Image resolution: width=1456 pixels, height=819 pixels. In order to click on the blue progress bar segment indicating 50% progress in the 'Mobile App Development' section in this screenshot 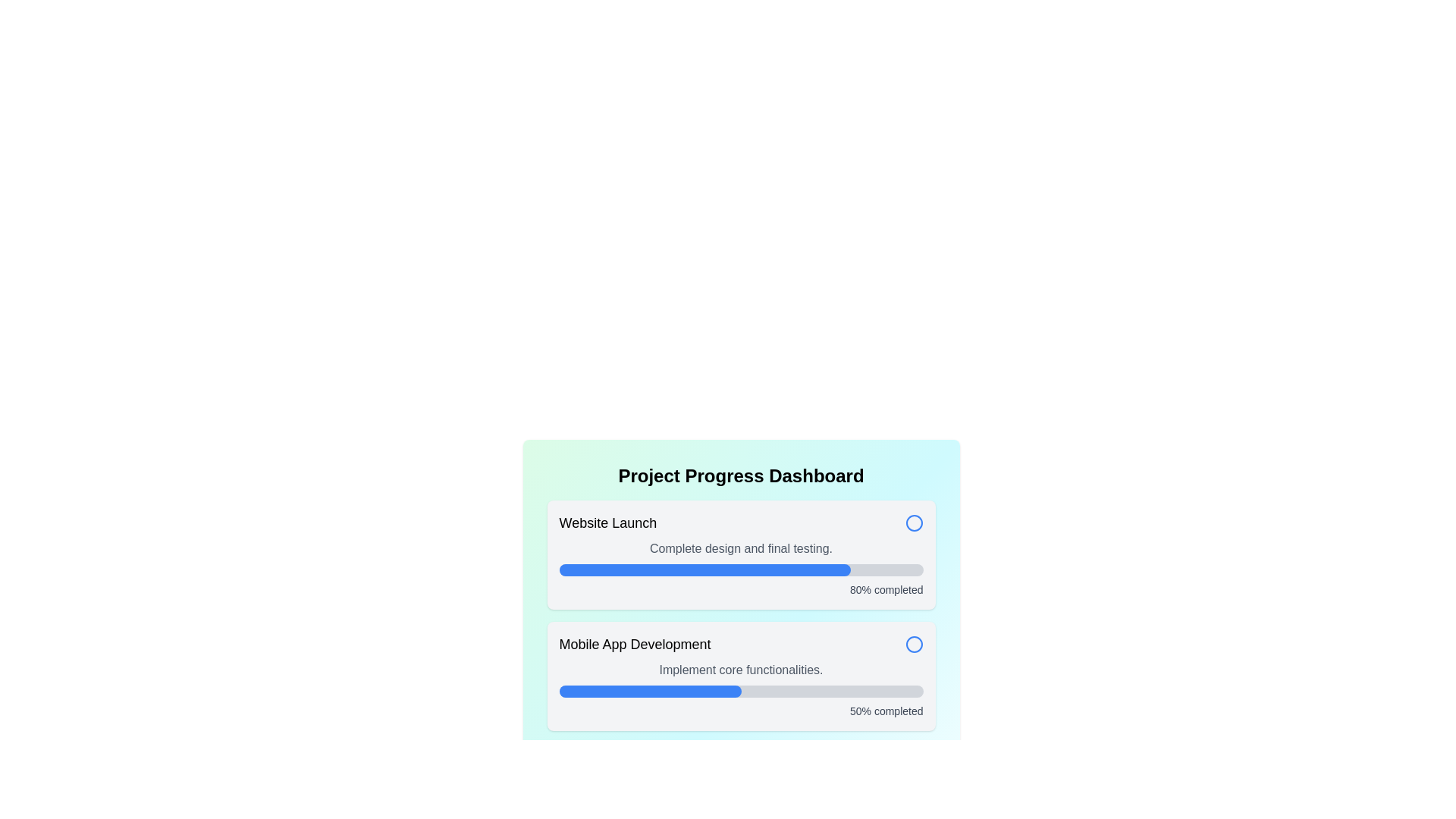, I will do `click(650, 691)`.